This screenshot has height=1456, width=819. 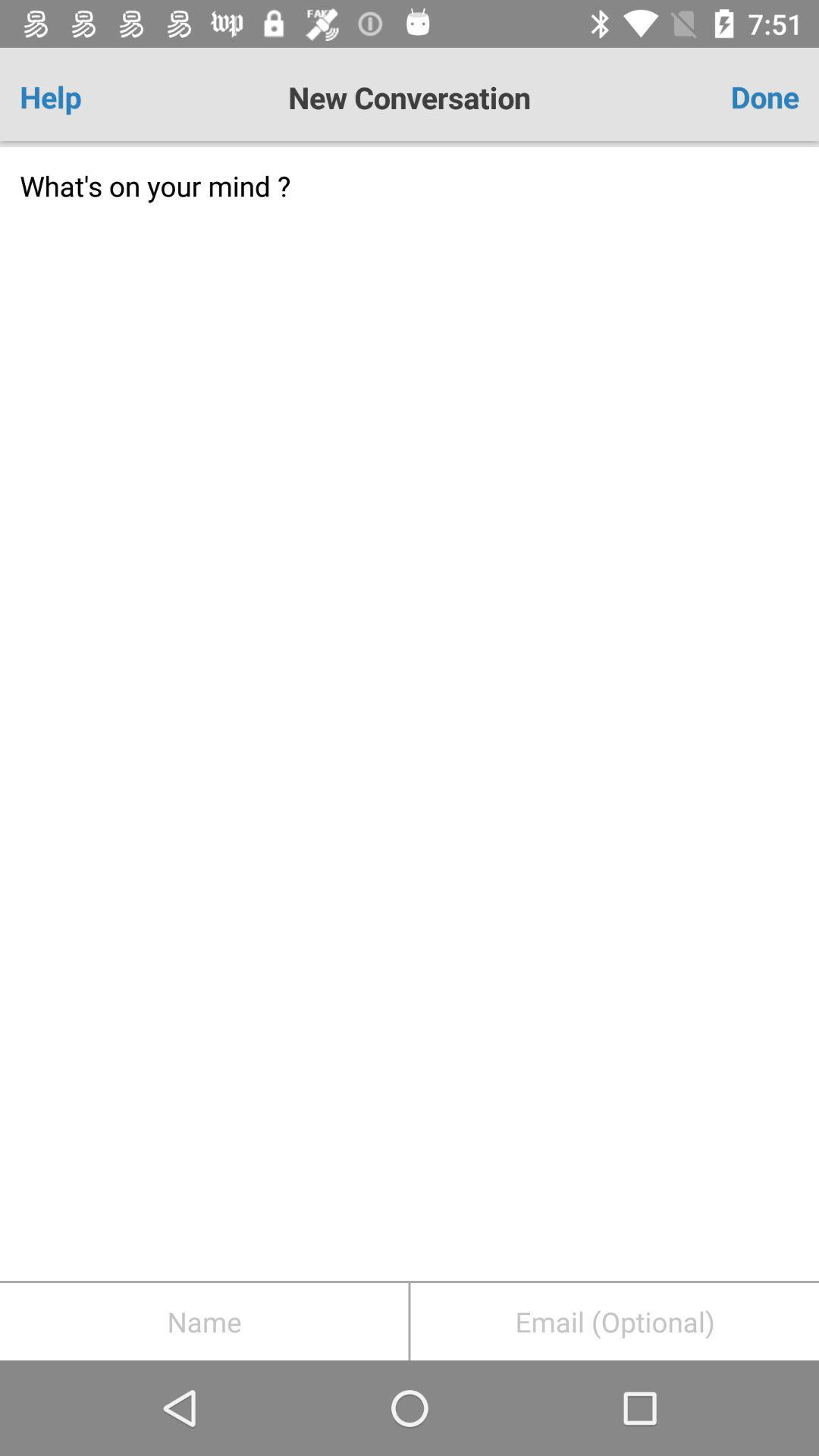 What do you see at coordinates (83, 96) in the screenshot?
I see `icon next to new conversation item` at bounding box center [83, 96].